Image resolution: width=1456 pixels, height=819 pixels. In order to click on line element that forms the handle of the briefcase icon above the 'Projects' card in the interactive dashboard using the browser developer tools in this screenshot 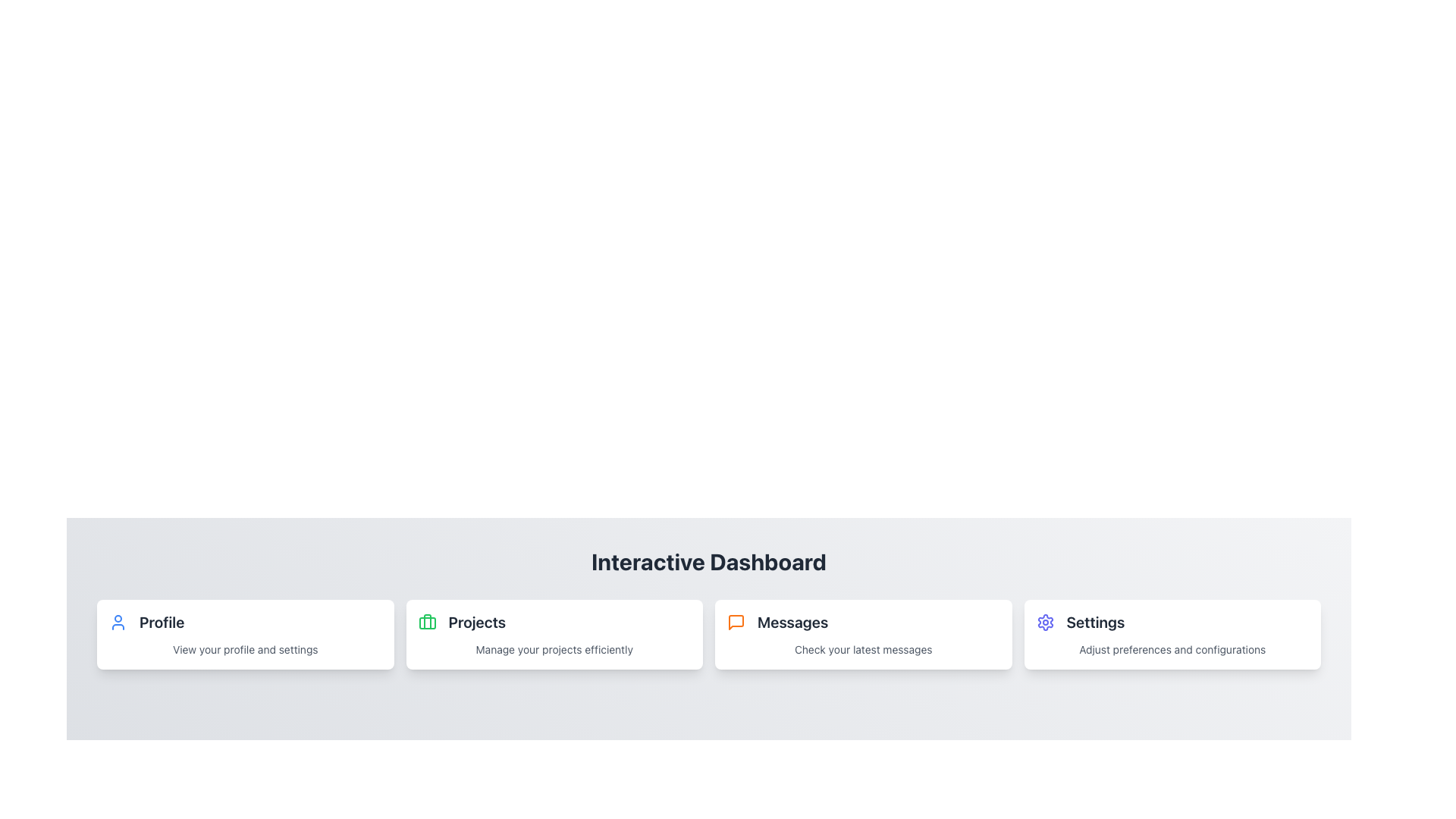, I will do `click(426, 622)`.